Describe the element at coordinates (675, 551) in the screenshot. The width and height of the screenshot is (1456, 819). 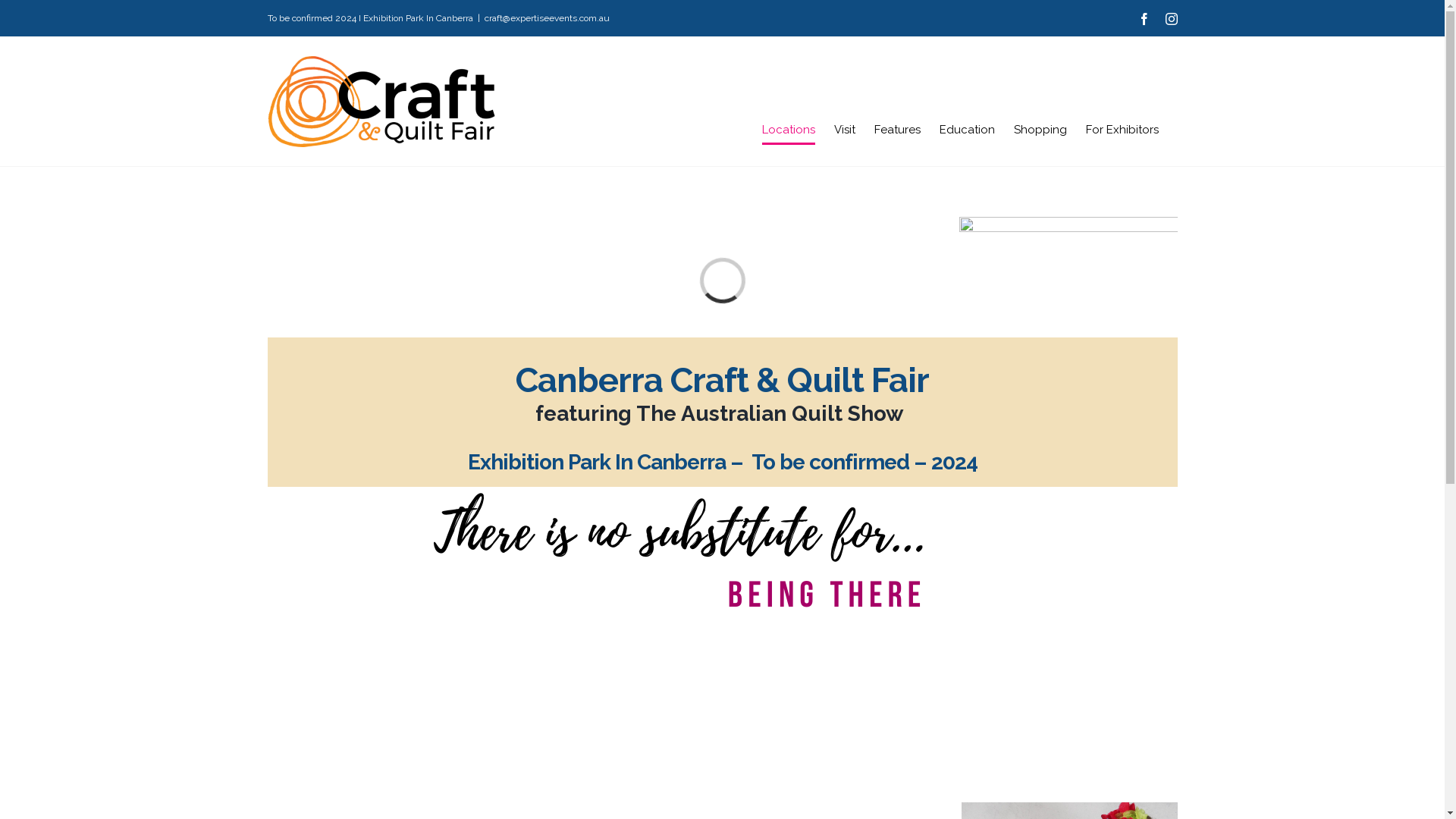
I see `'There-is-no-substitute-banner'` at that location.